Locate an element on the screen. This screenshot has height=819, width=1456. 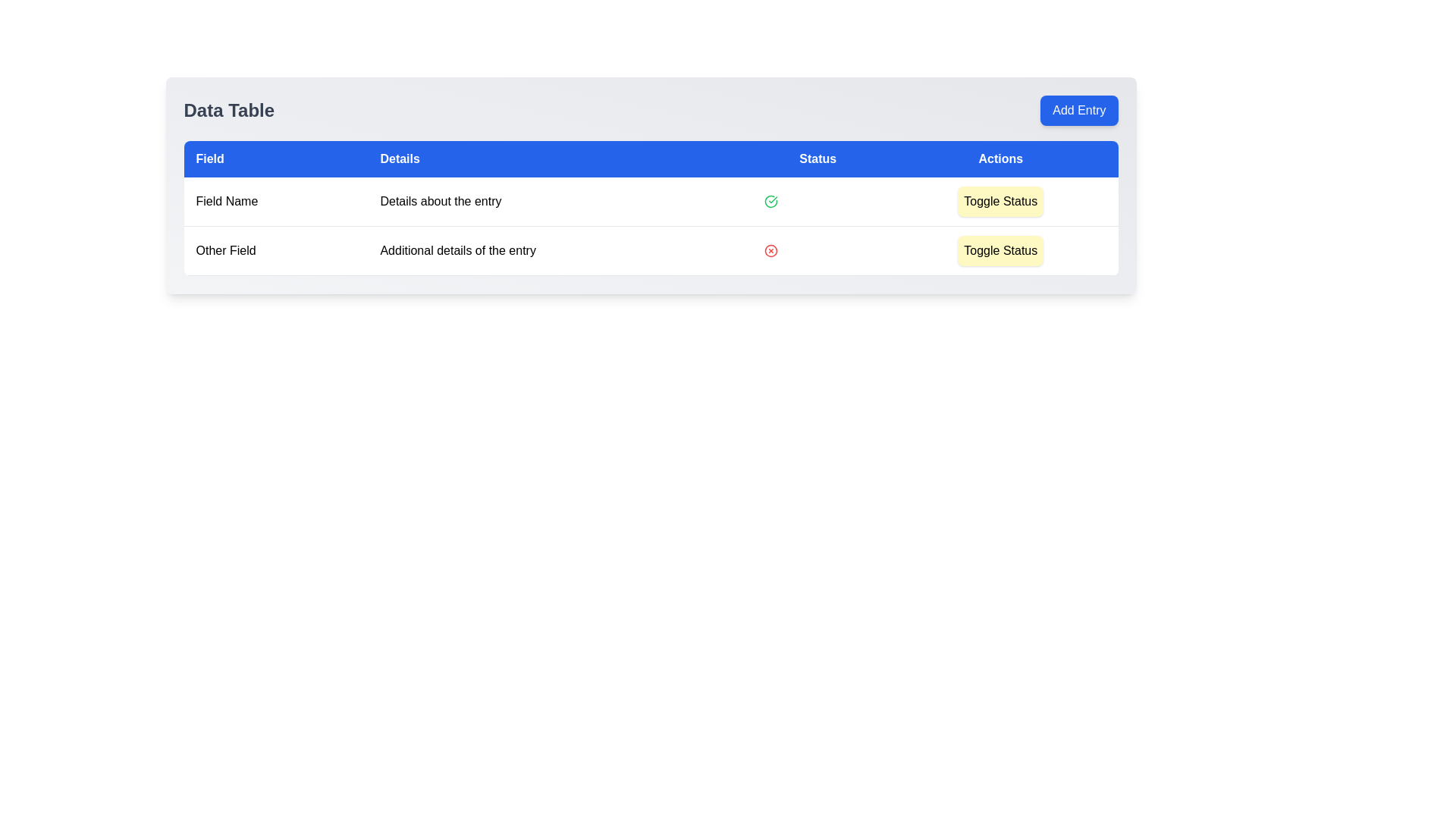
the toggle button in the 'Actions' column of the second row of the data table to change its color is located at coordinates (1000, 250).